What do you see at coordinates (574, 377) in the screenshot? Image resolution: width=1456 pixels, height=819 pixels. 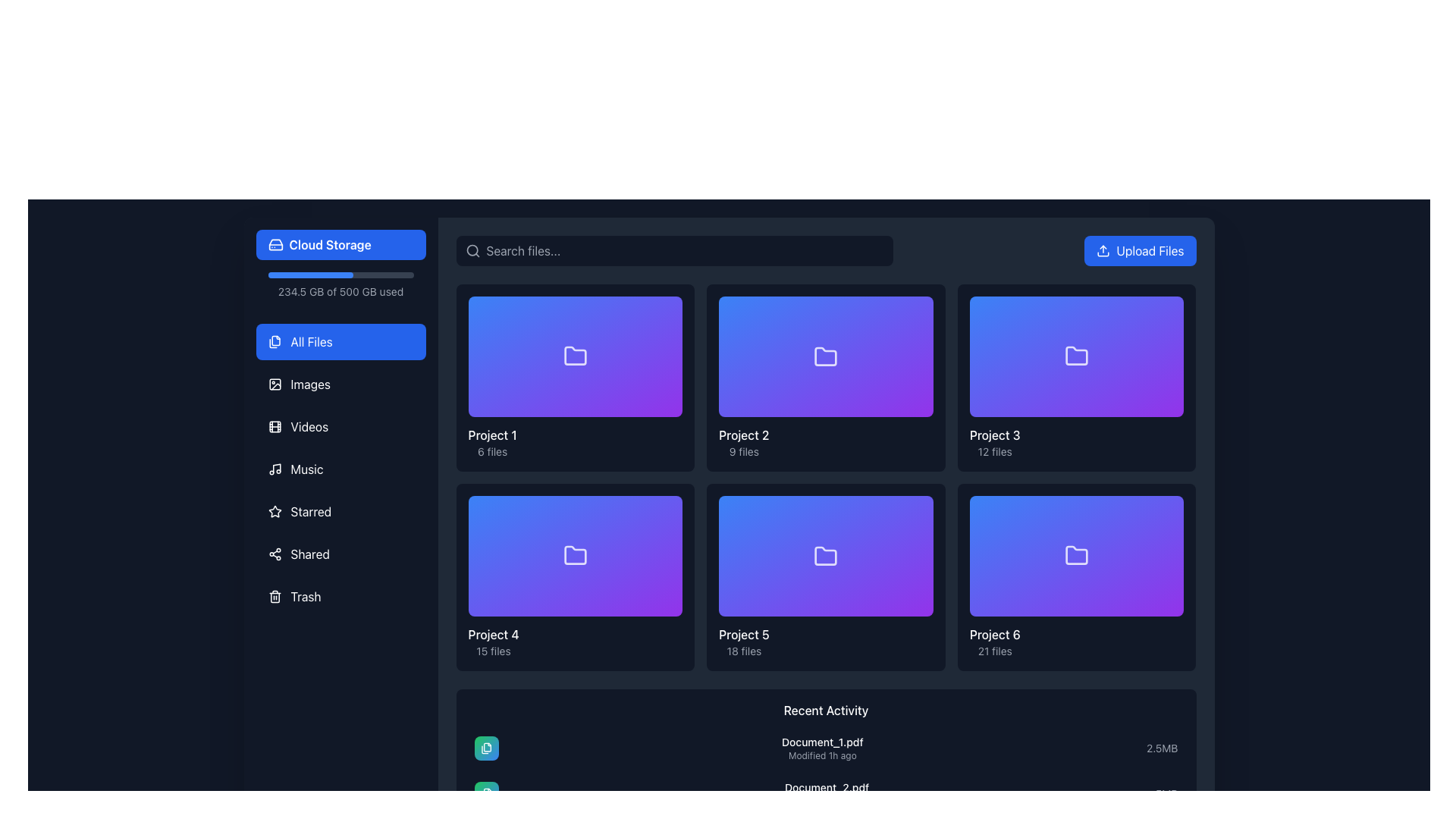 I see `the first project card in the grid layout` at bounding box center [574, 377].